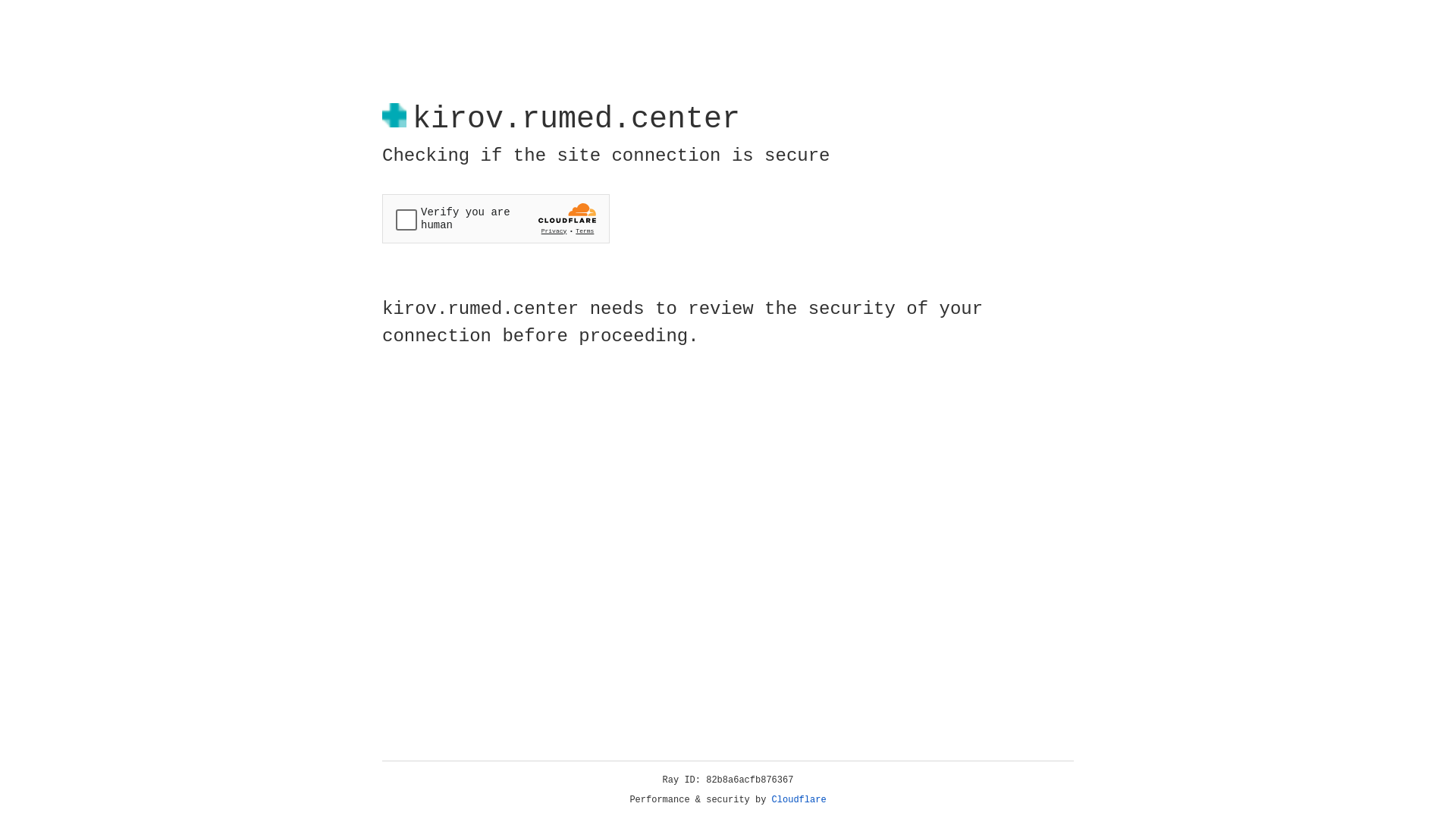  Describe the element at coordinates (495, 218) in the screenshot. I see `'Widget containing a Cloudflare security challenge'` at that location.